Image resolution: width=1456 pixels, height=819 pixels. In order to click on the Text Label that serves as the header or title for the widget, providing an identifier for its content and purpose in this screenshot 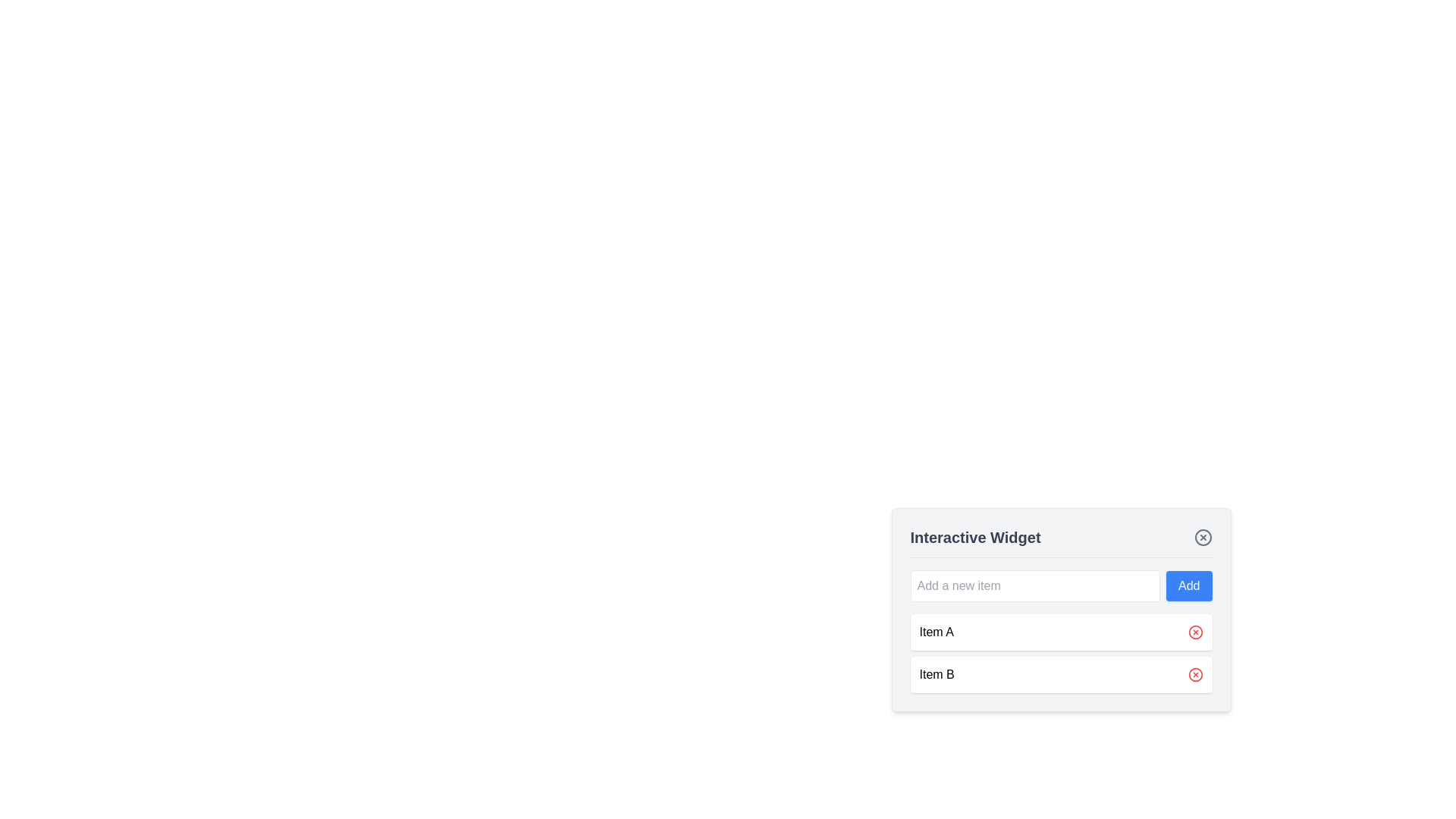, I will do `click(975, 537)`.